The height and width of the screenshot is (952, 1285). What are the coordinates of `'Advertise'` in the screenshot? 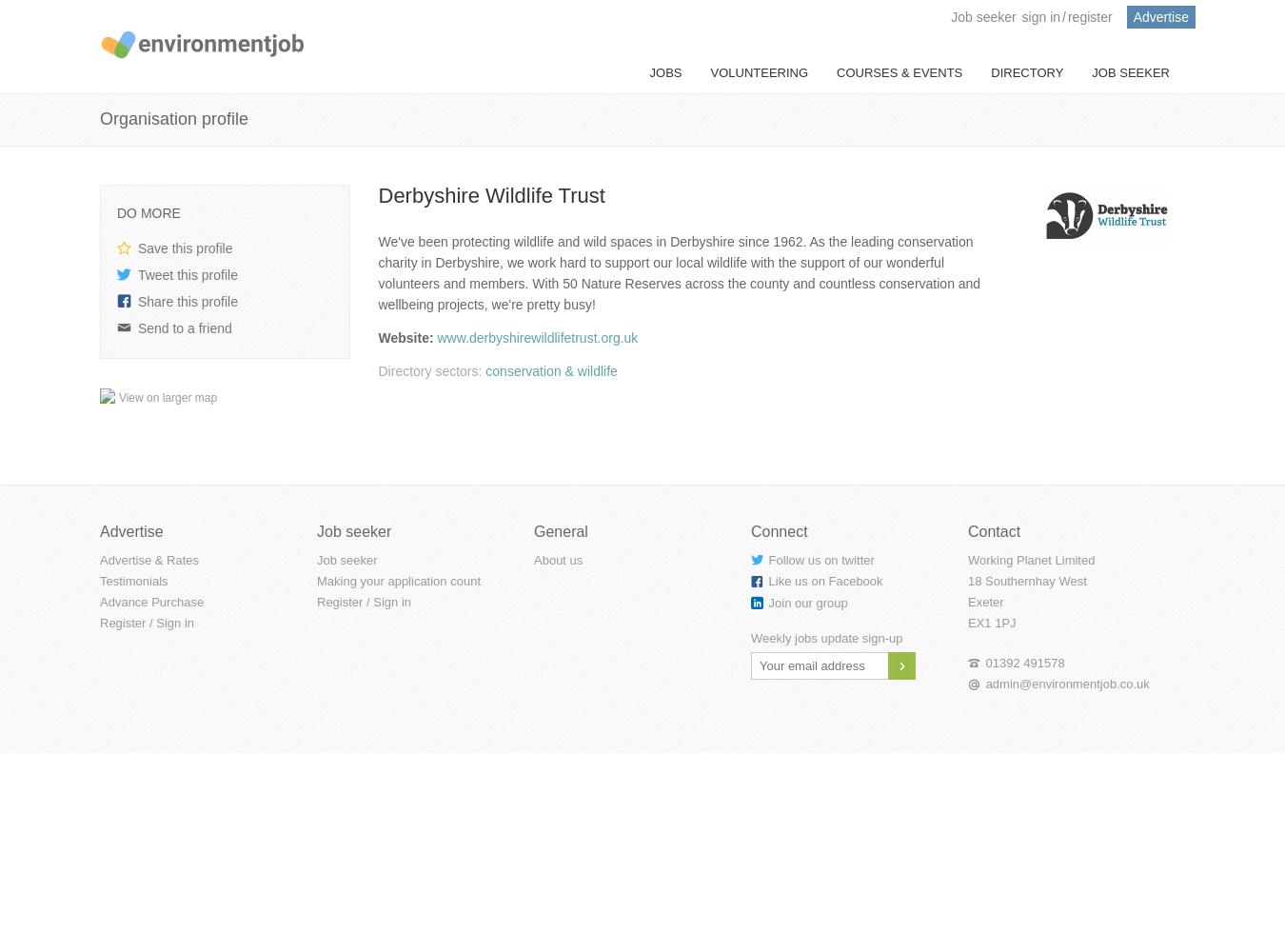 It's located at (1159, 17).